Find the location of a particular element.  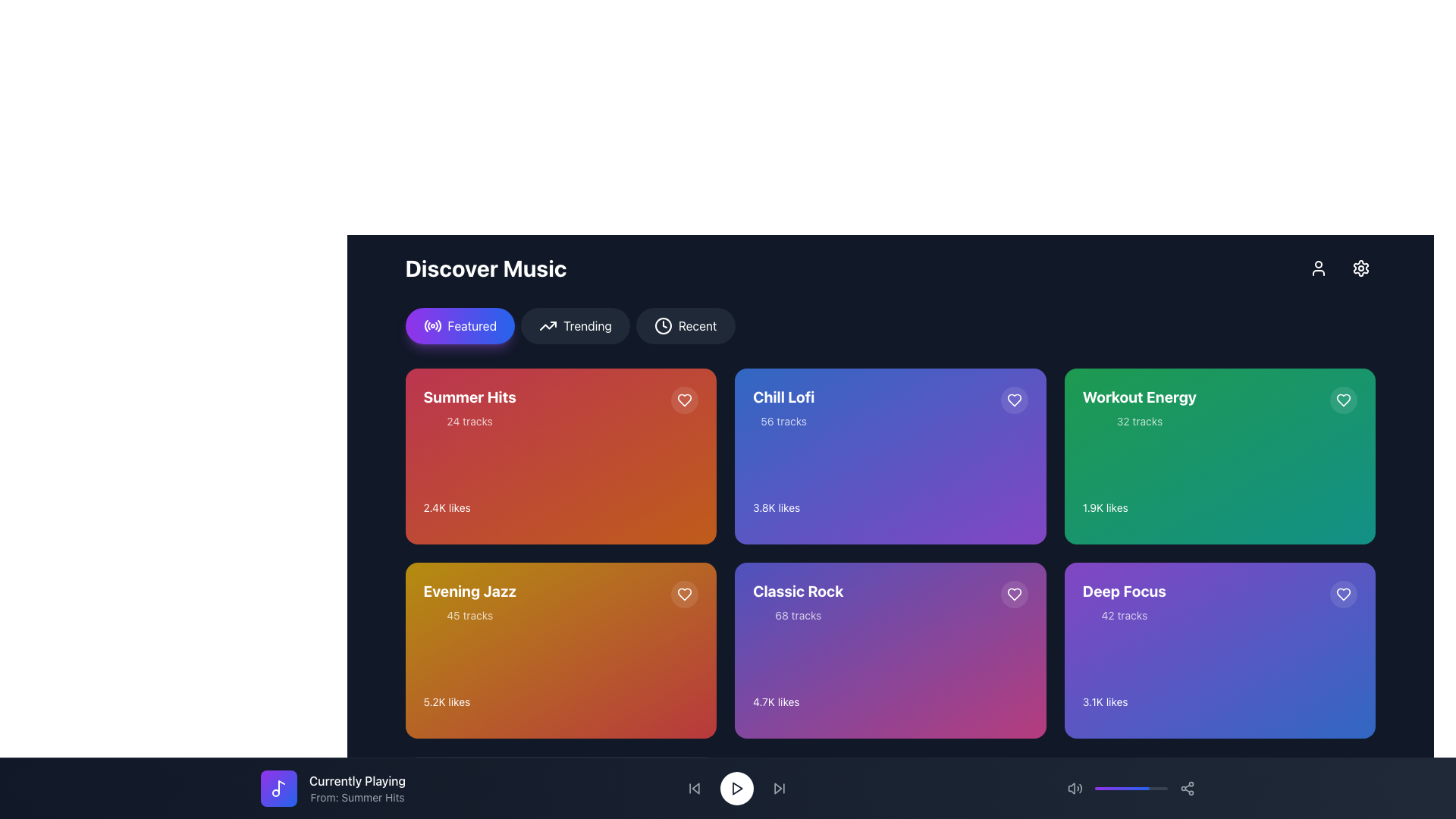

text from the Text Label that indicates the number of tracks in the 'Workout Energy' playlist, which is located below the title and above the likes text is located at coordinates (1139, 421).